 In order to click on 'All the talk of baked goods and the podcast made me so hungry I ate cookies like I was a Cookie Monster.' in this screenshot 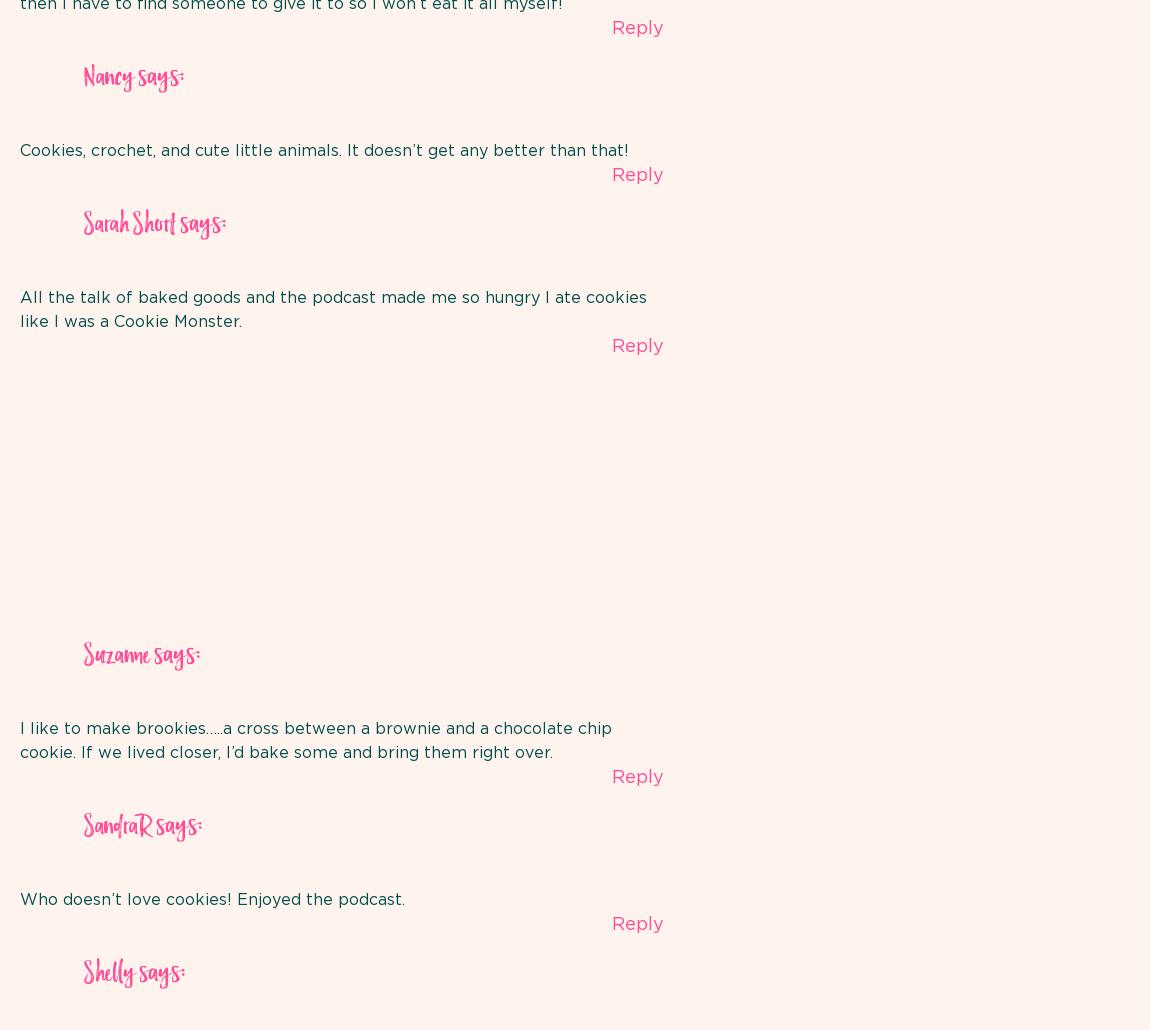, I will do `click(333, 308)`.